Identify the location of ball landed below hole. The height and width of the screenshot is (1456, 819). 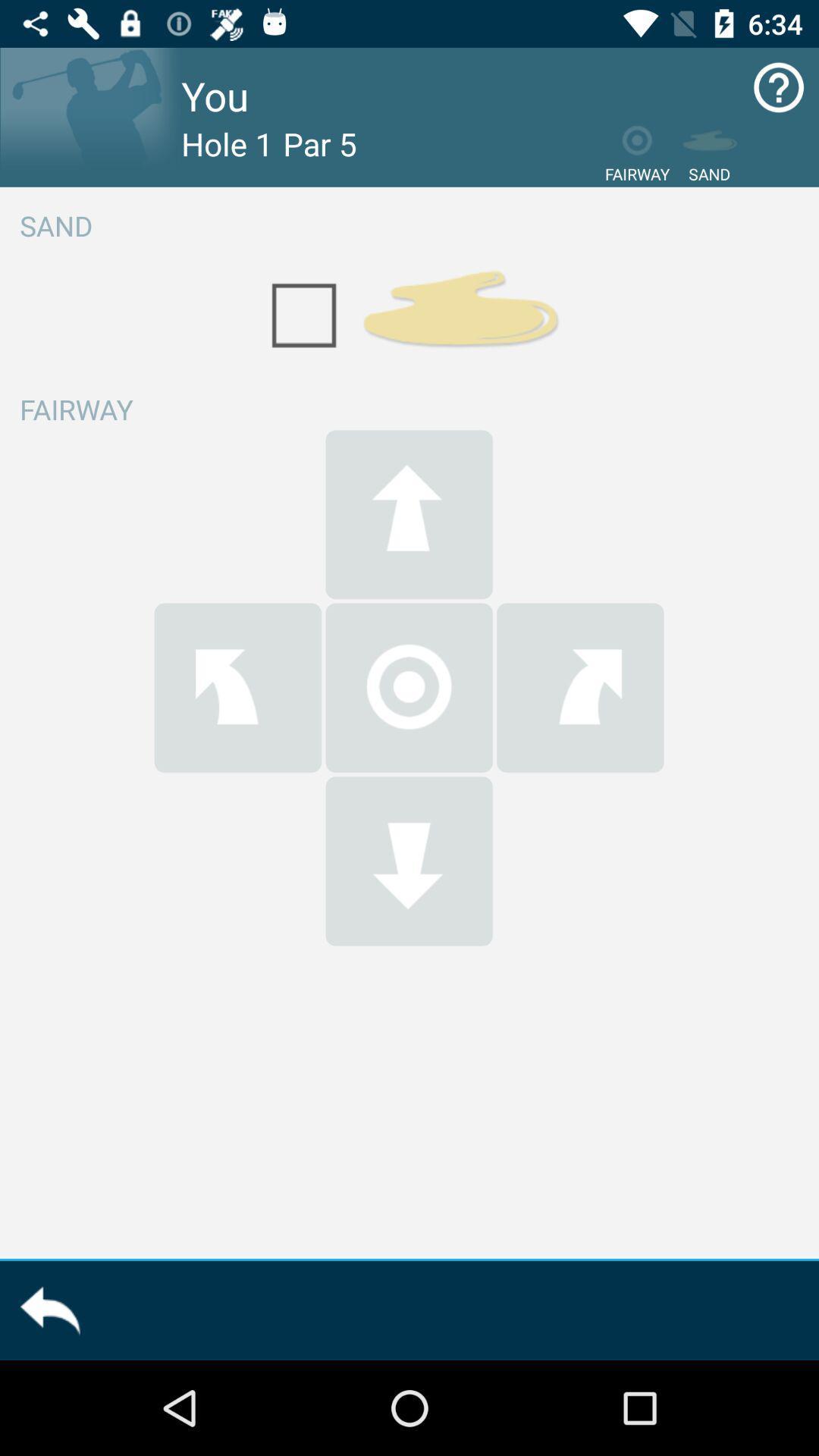
(408, 861).